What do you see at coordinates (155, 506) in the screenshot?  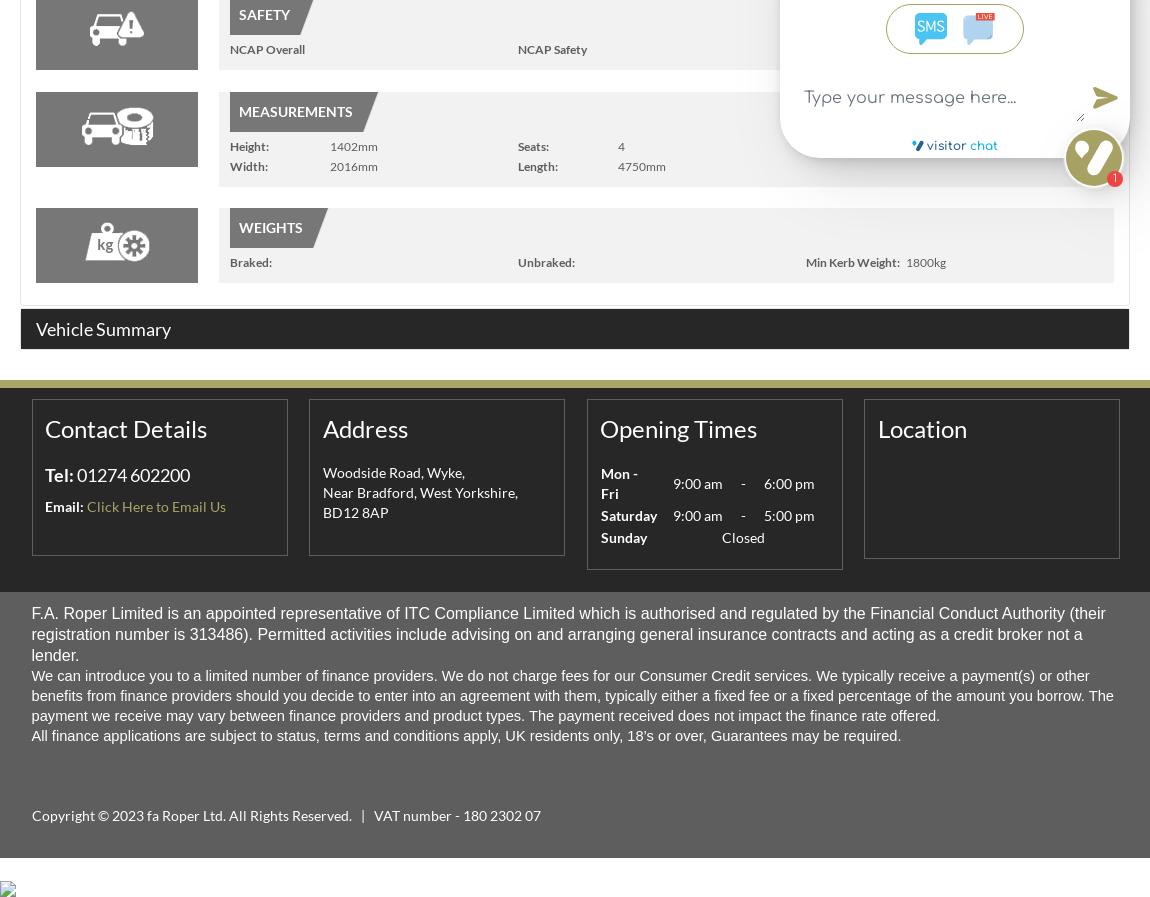 I see `'Click Here to Email Us'` at bounding box center [155, 506].